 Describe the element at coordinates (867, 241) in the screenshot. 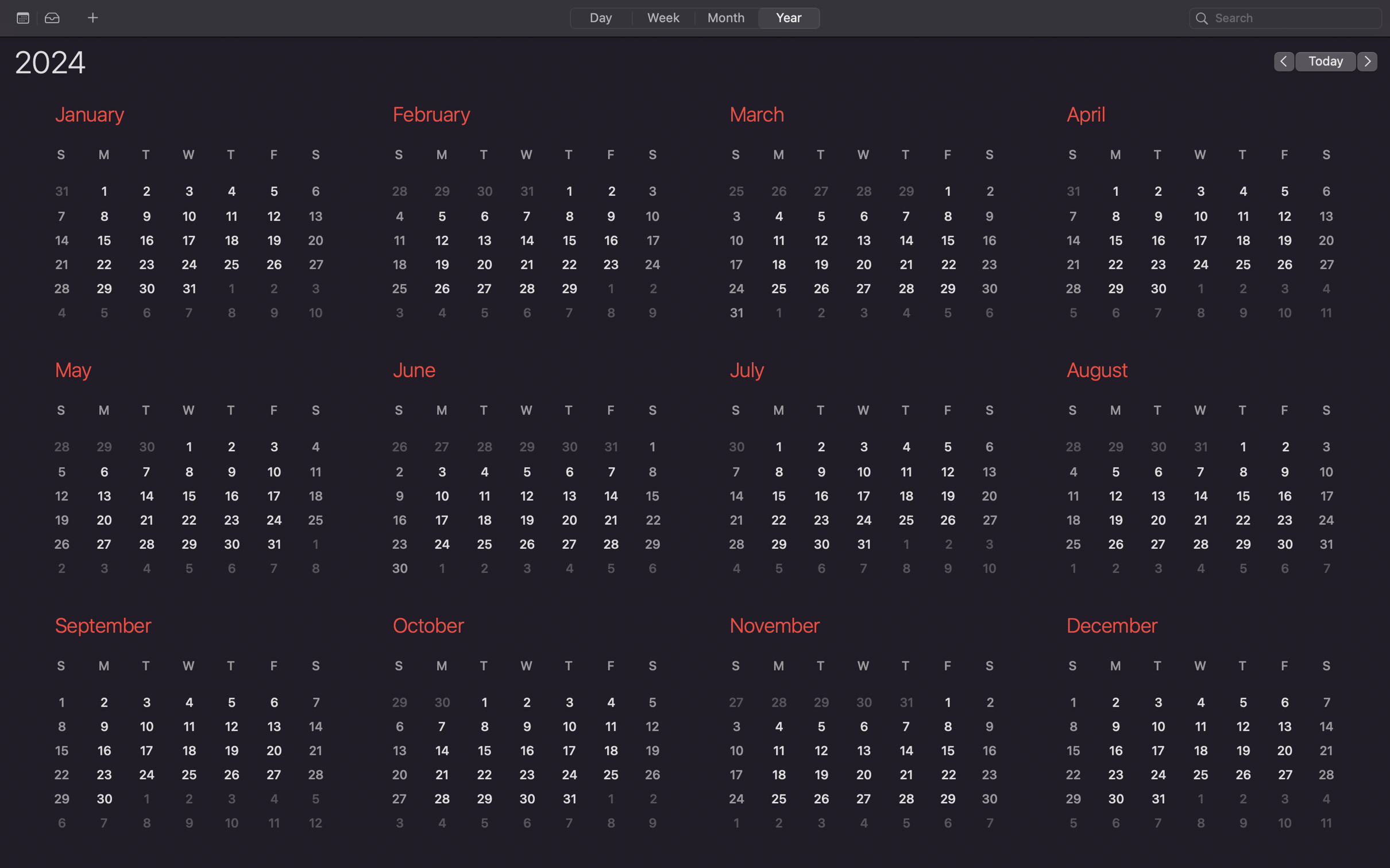

I see `Look at the schedule on 13th of March` at that location.